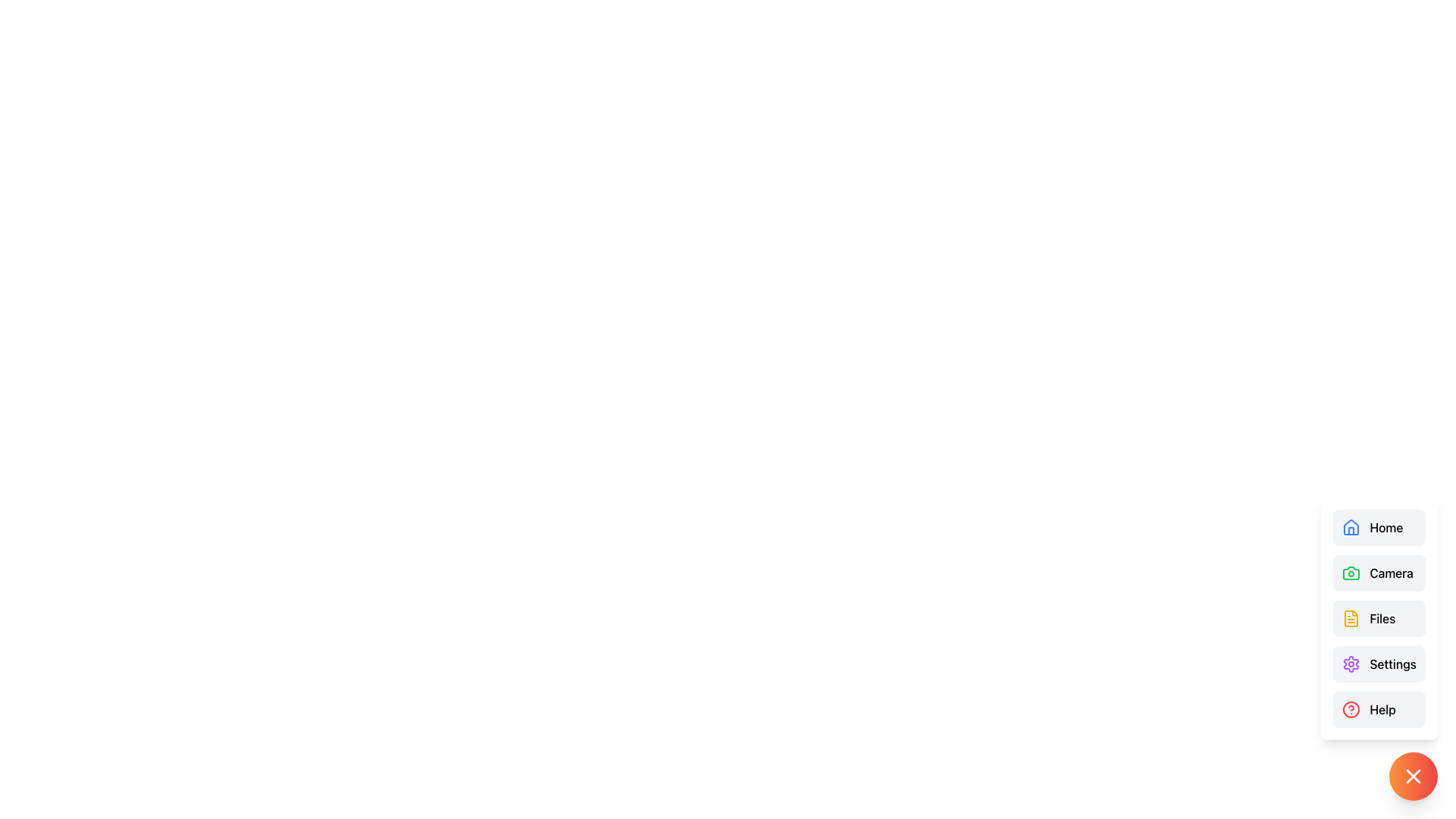 Image resolution: width=1456 pixels, height=819 pixels. I want to click on the button located in the third position from the top in a vertically arranged list near the bottom-right corner, so click(1379, 619).